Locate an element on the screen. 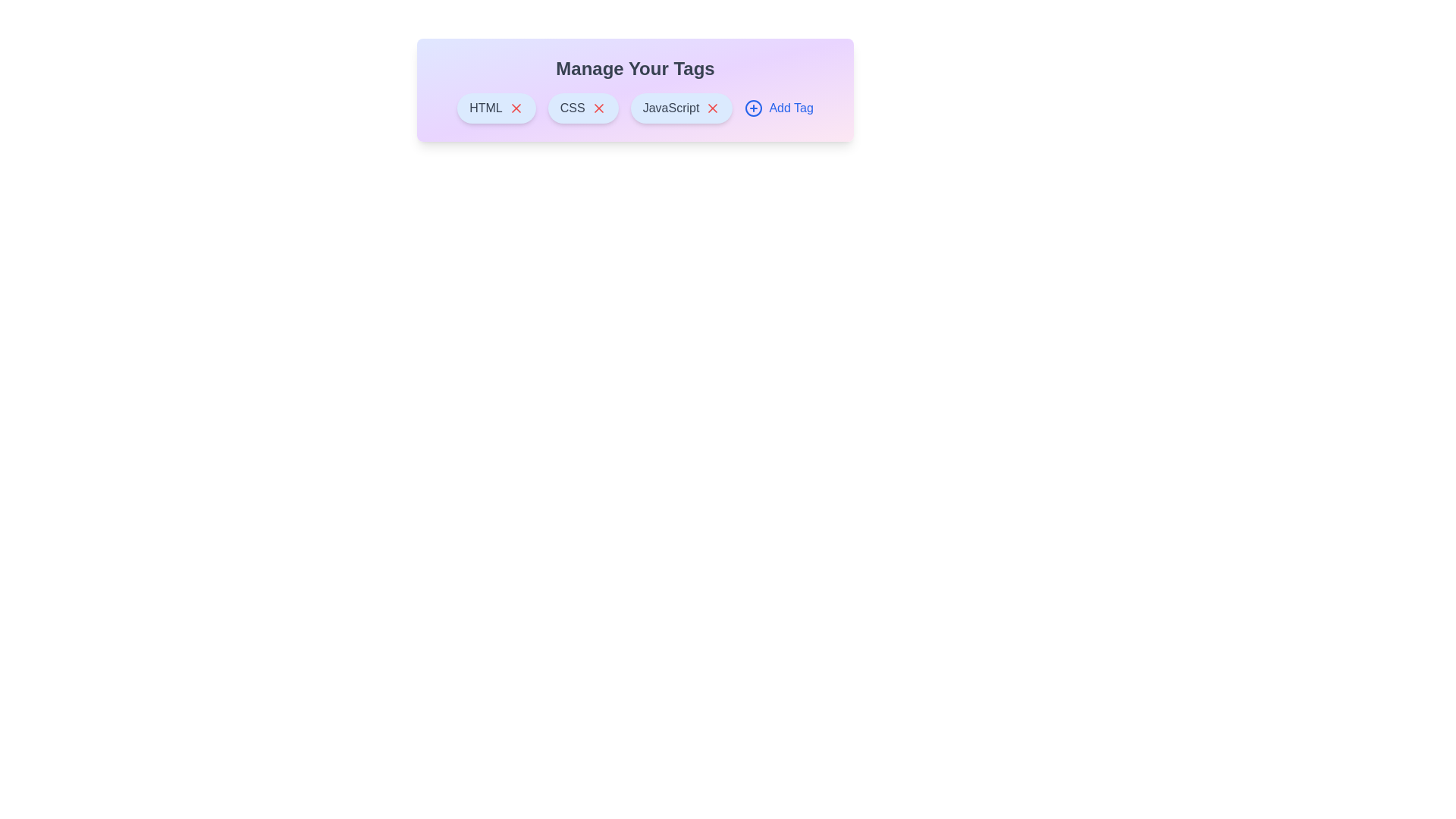 Image resolution: width=1456 pixels, height=819 pixels. the 'Add Tag' button to add a new tag is located at coordinates (779, 107).